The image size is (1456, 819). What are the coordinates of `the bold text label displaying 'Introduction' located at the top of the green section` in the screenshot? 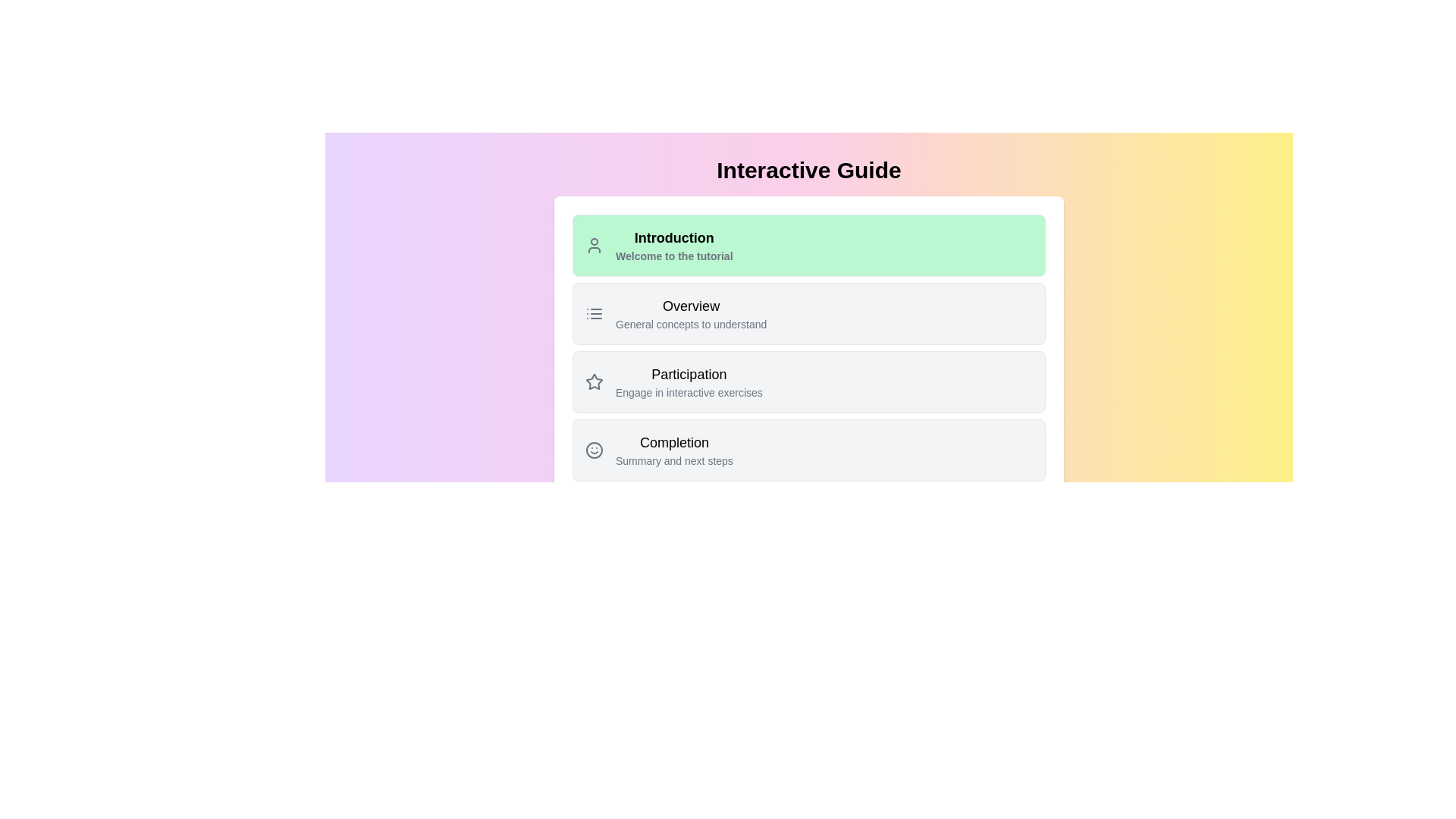 It's located at (673, 237).